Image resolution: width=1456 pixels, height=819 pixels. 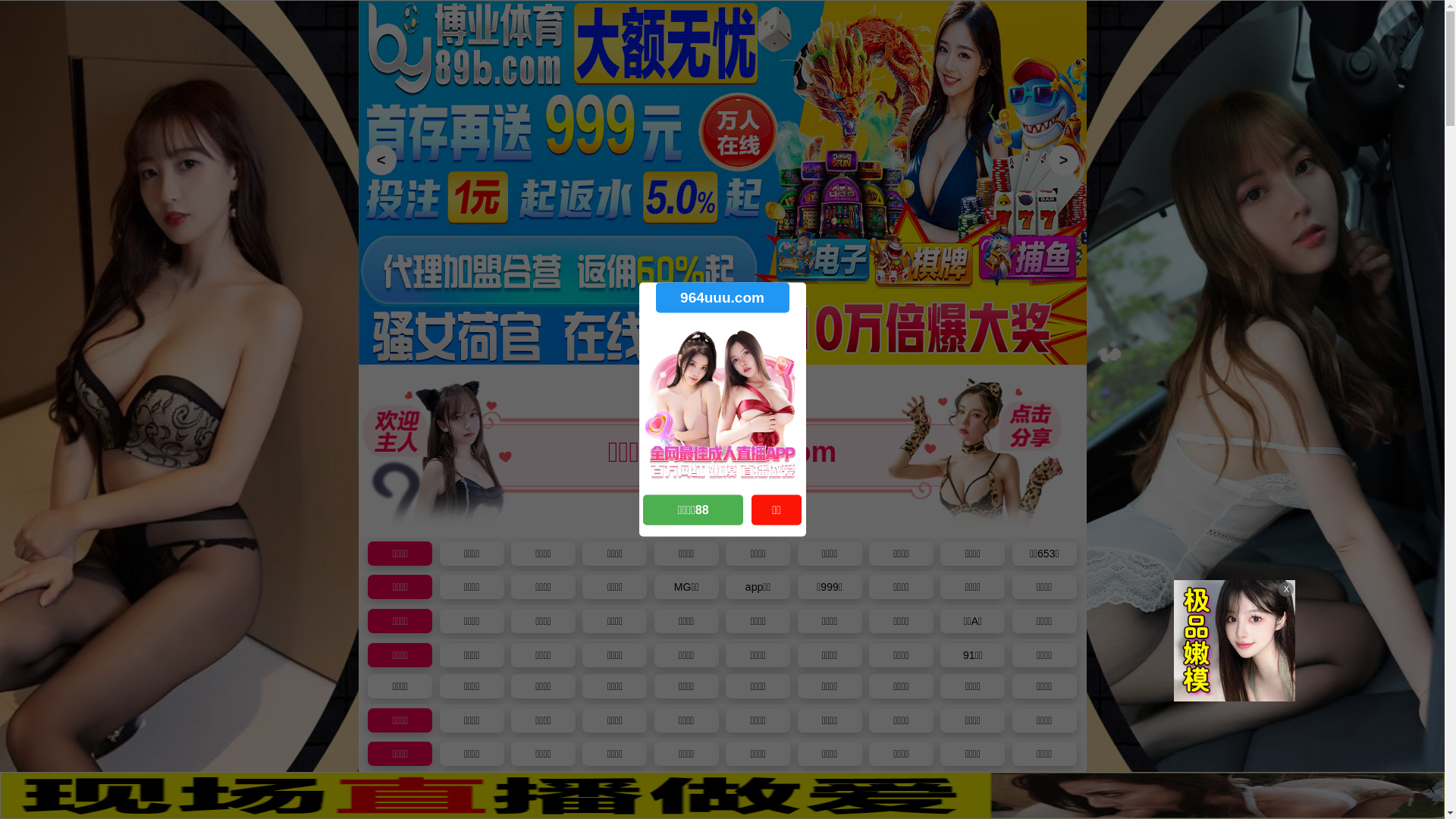 I want to click on '<', so click(x=381, y=160).